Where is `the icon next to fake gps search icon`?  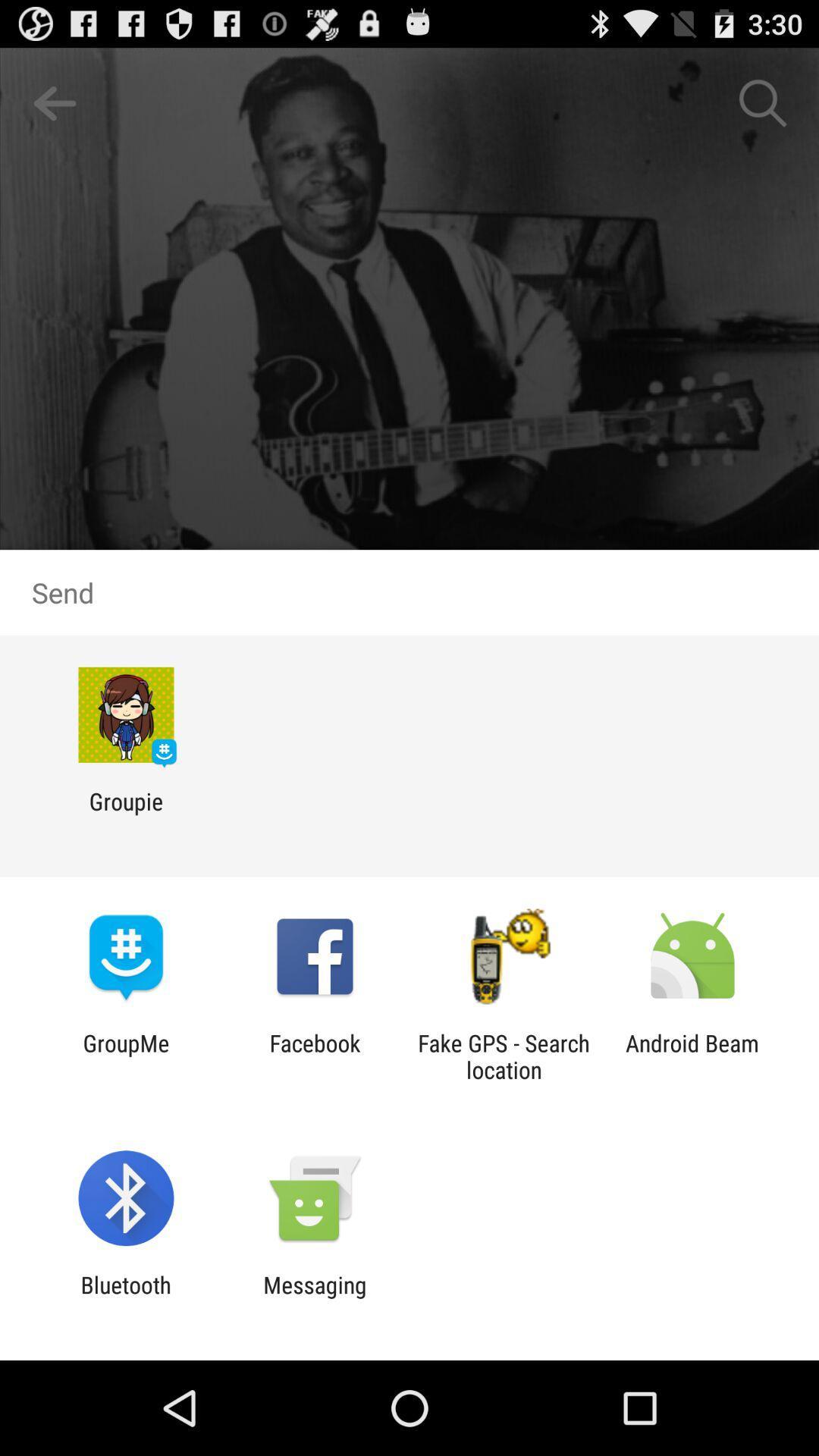
the icon next to fake gps search icon is located at coordinates (314, 1056).